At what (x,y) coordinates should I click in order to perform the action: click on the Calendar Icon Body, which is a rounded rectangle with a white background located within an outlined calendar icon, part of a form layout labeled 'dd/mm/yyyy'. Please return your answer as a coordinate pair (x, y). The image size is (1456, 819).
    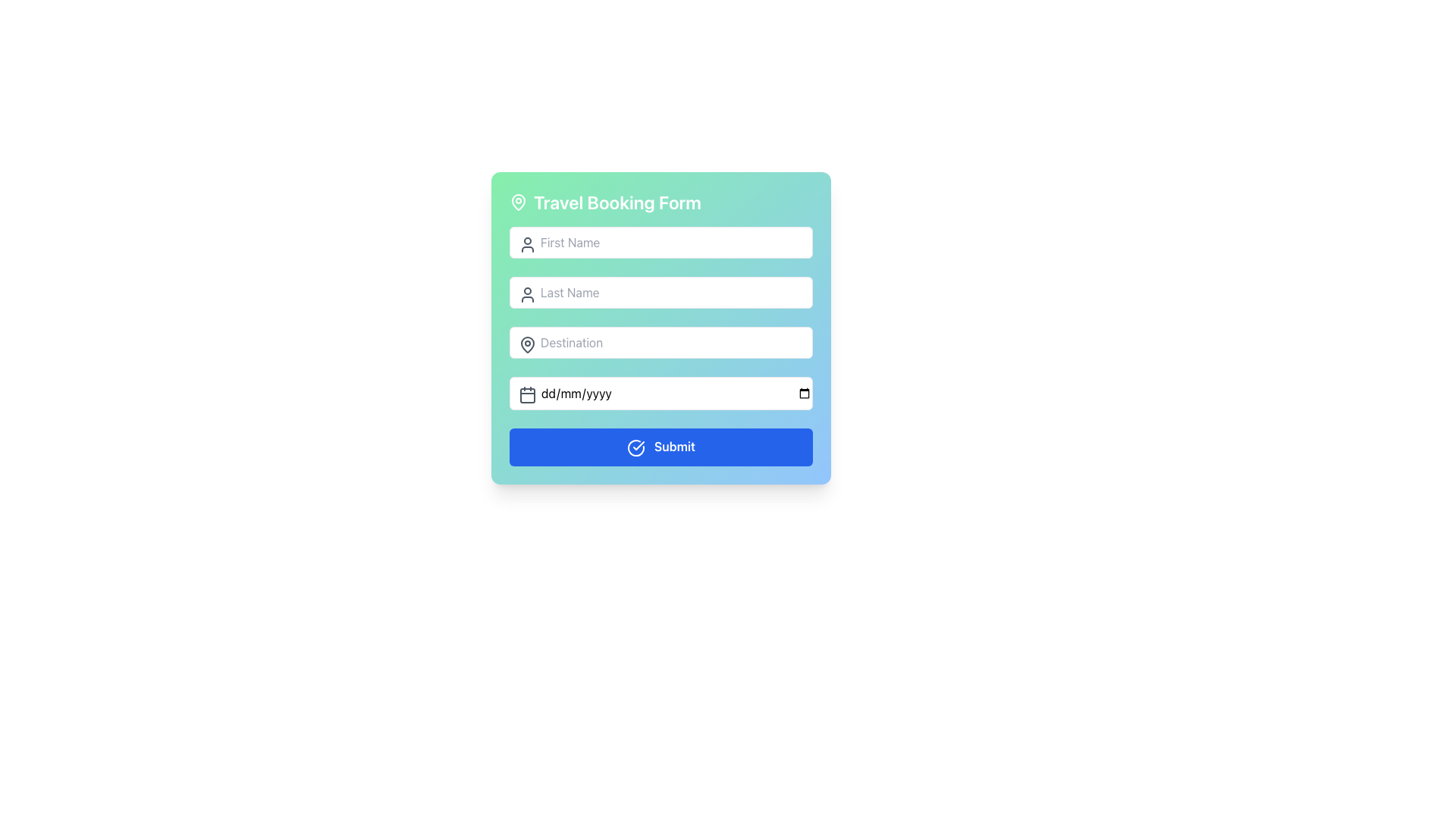
    Looking at the image, I should click on (528, 394).